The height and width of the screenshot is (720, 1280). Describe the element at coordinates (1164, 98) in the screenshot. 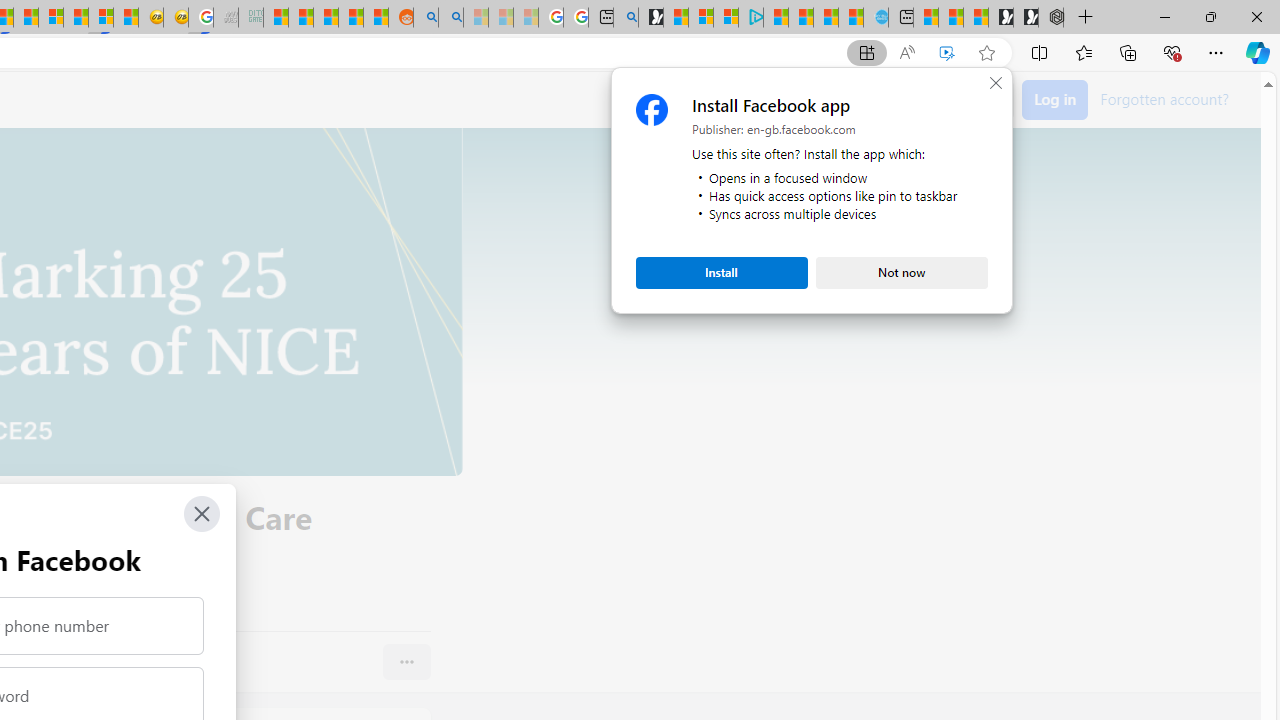

I see `'Forgotten account?'` at that location.